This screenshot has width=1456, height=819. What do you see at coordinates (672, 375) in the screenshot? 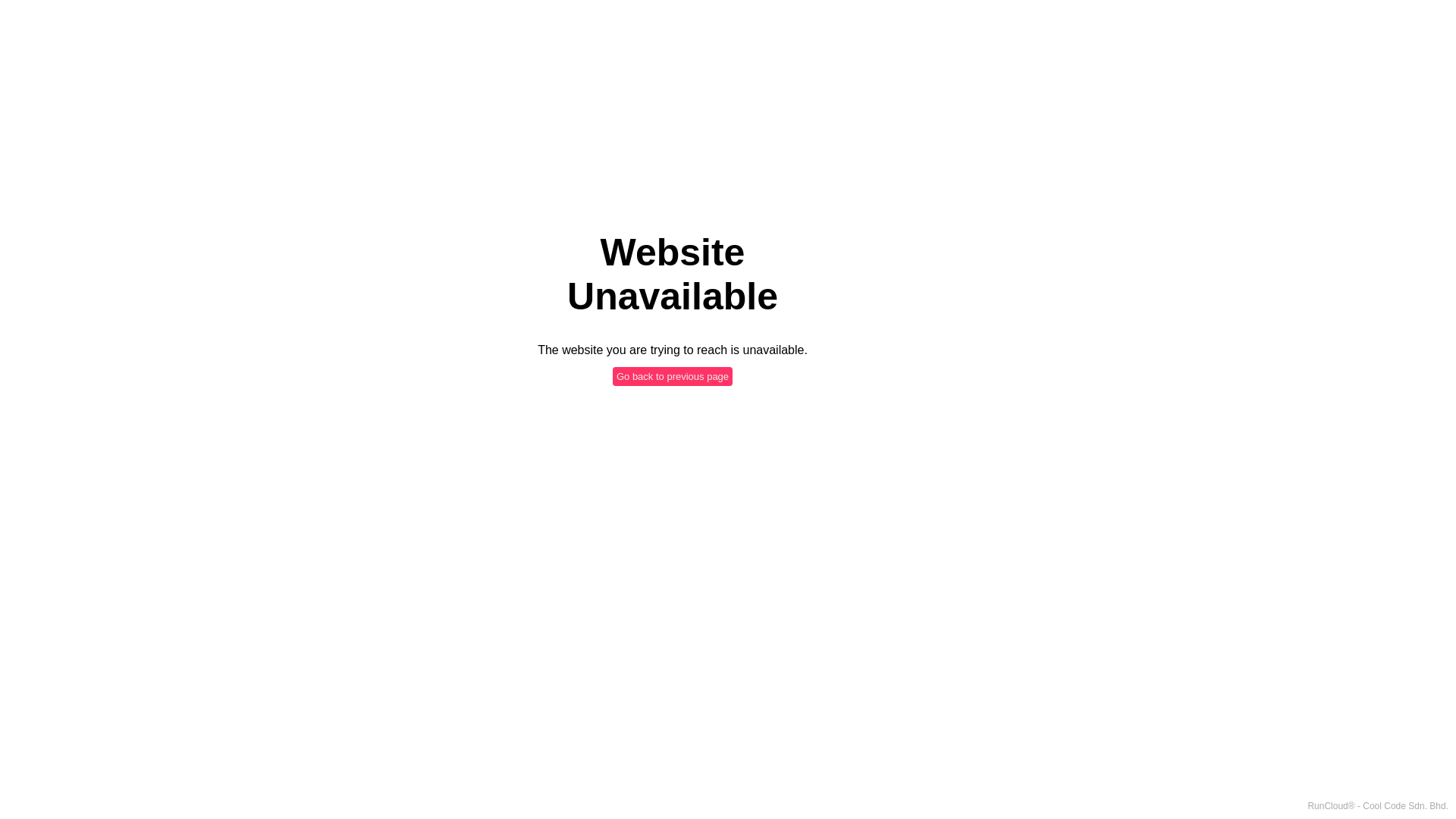
I see `'Go back to previous page'` at bounding box center [672, 375].